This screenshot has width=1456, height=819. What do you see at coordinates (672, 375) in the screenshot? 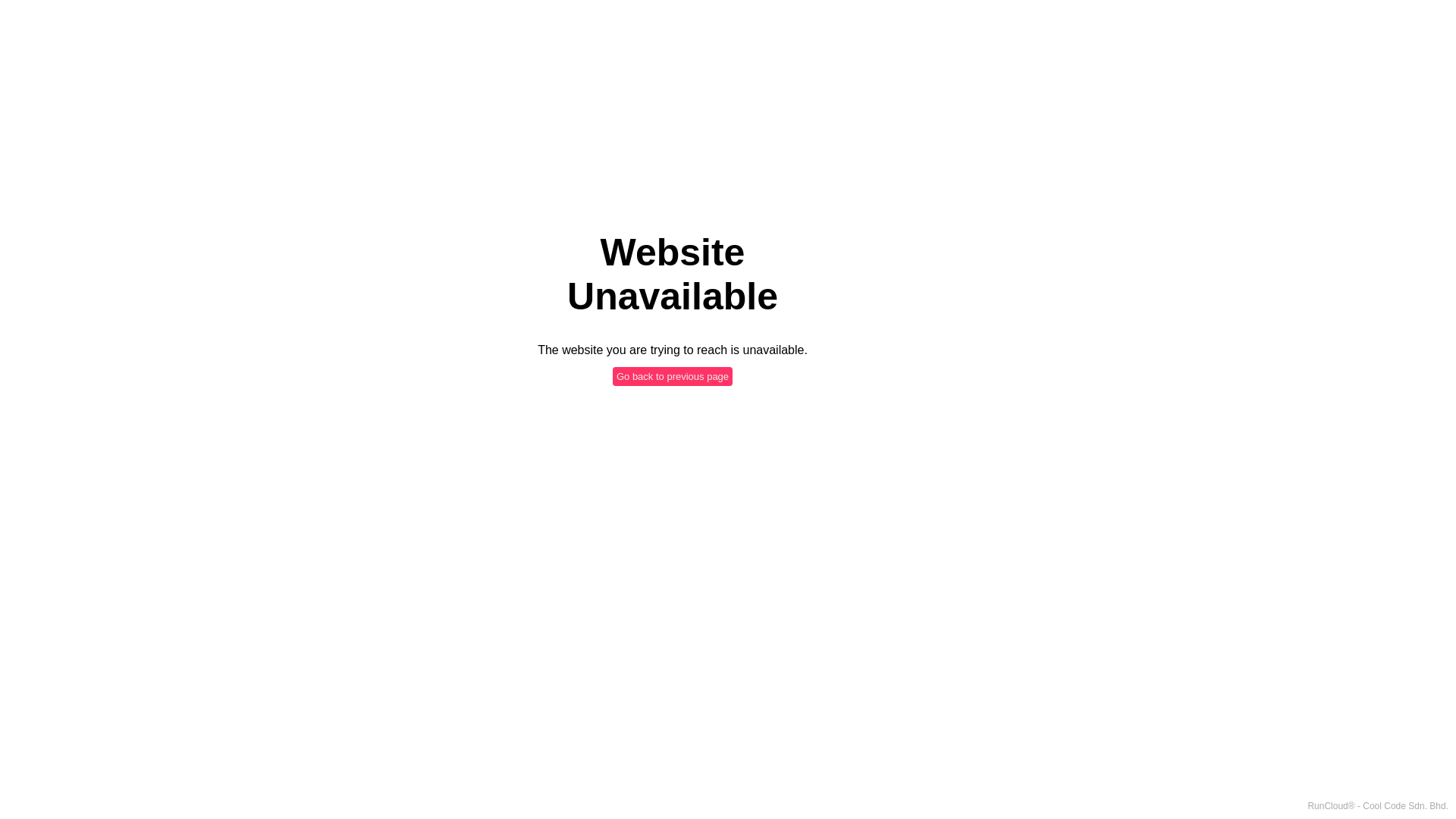
I see `'Go back to previous page'` at bounding box center [672, 375].